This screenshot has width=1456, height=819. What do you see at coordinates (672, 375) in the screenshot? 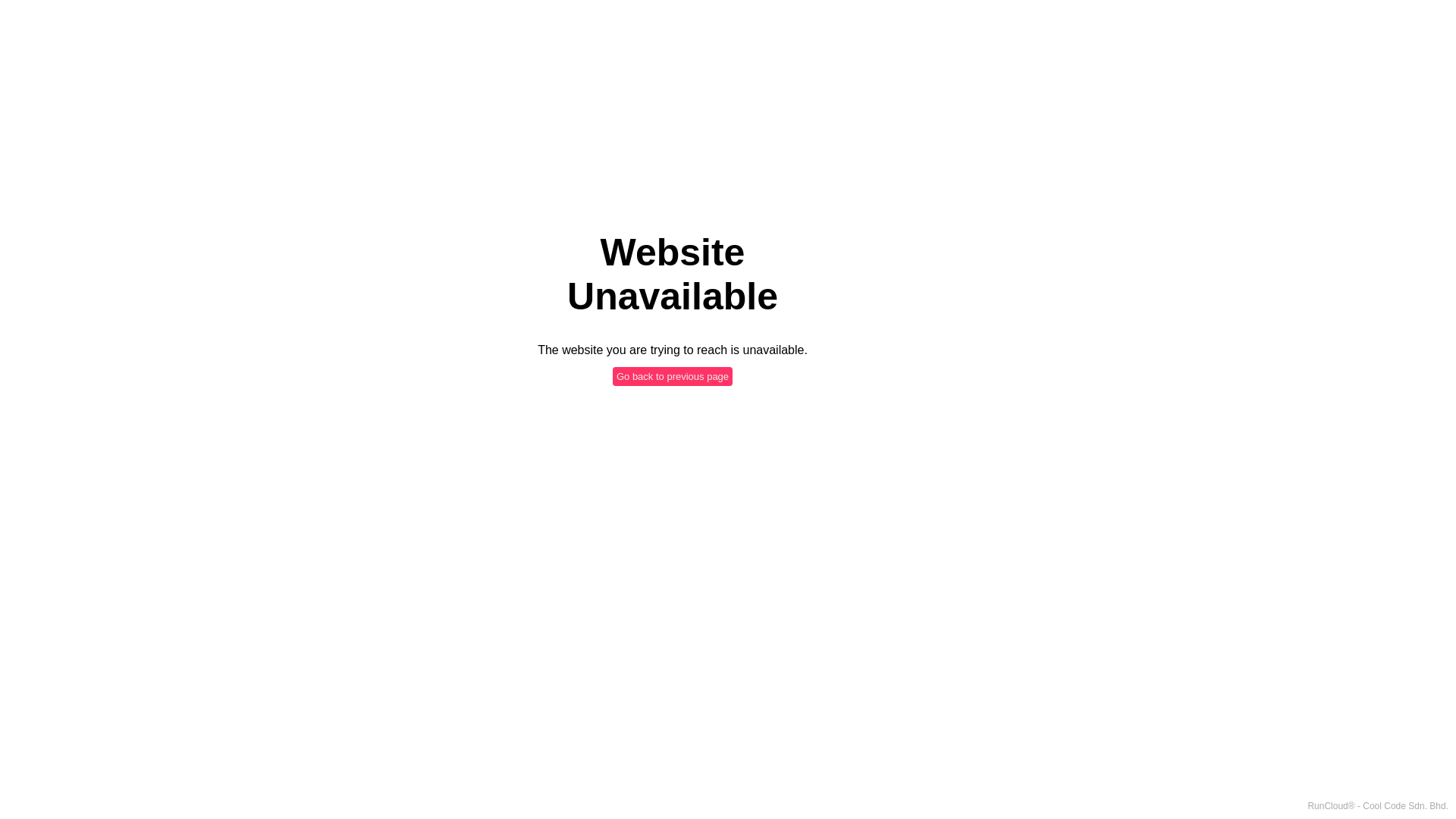
I see `'Go back to previous page'` at bounding box center [672, 375].